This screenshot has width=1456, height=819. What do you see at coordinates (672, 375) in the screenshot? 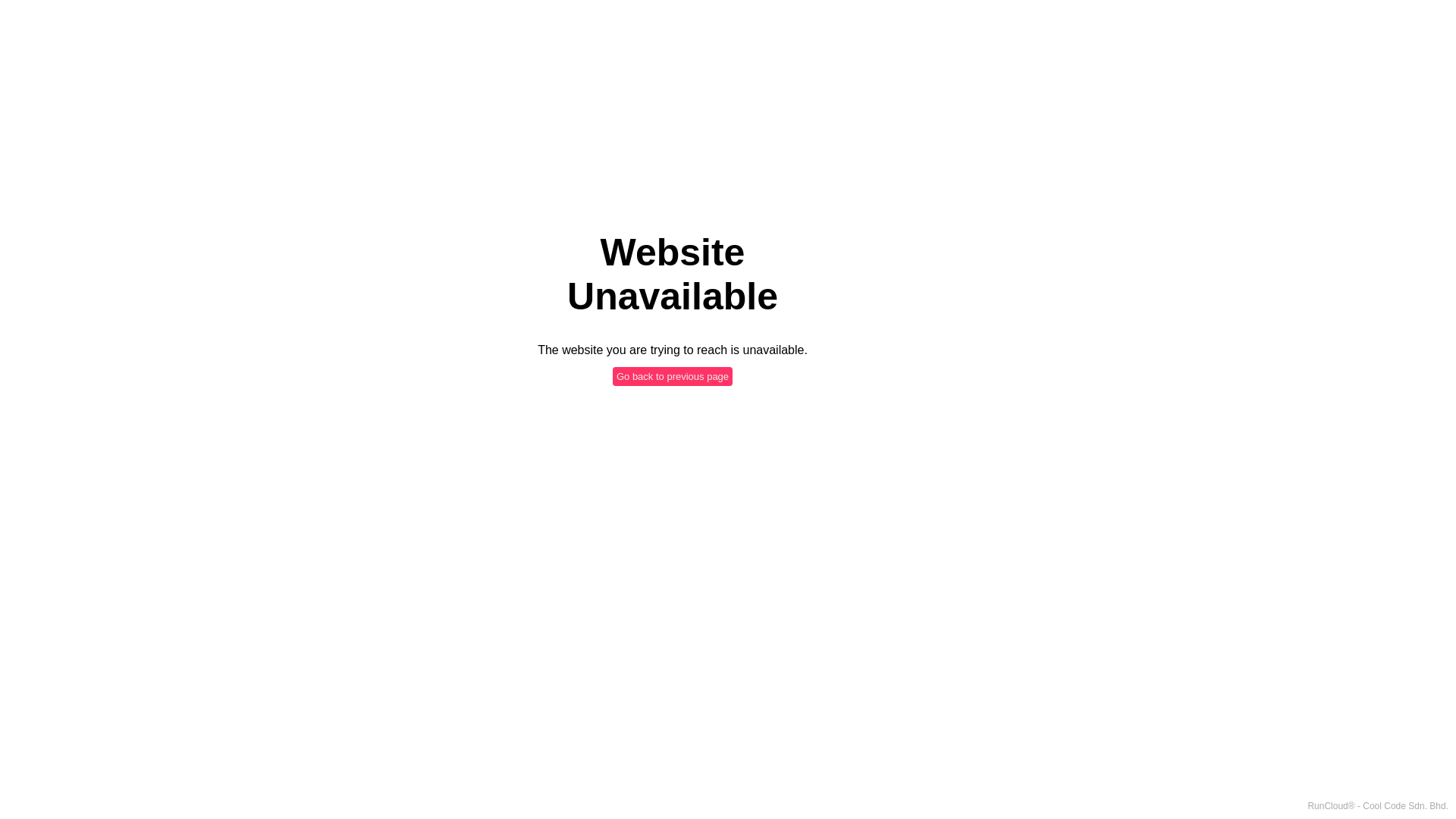
I see `'Go back to previous page'` at bounding box center [672, 375].